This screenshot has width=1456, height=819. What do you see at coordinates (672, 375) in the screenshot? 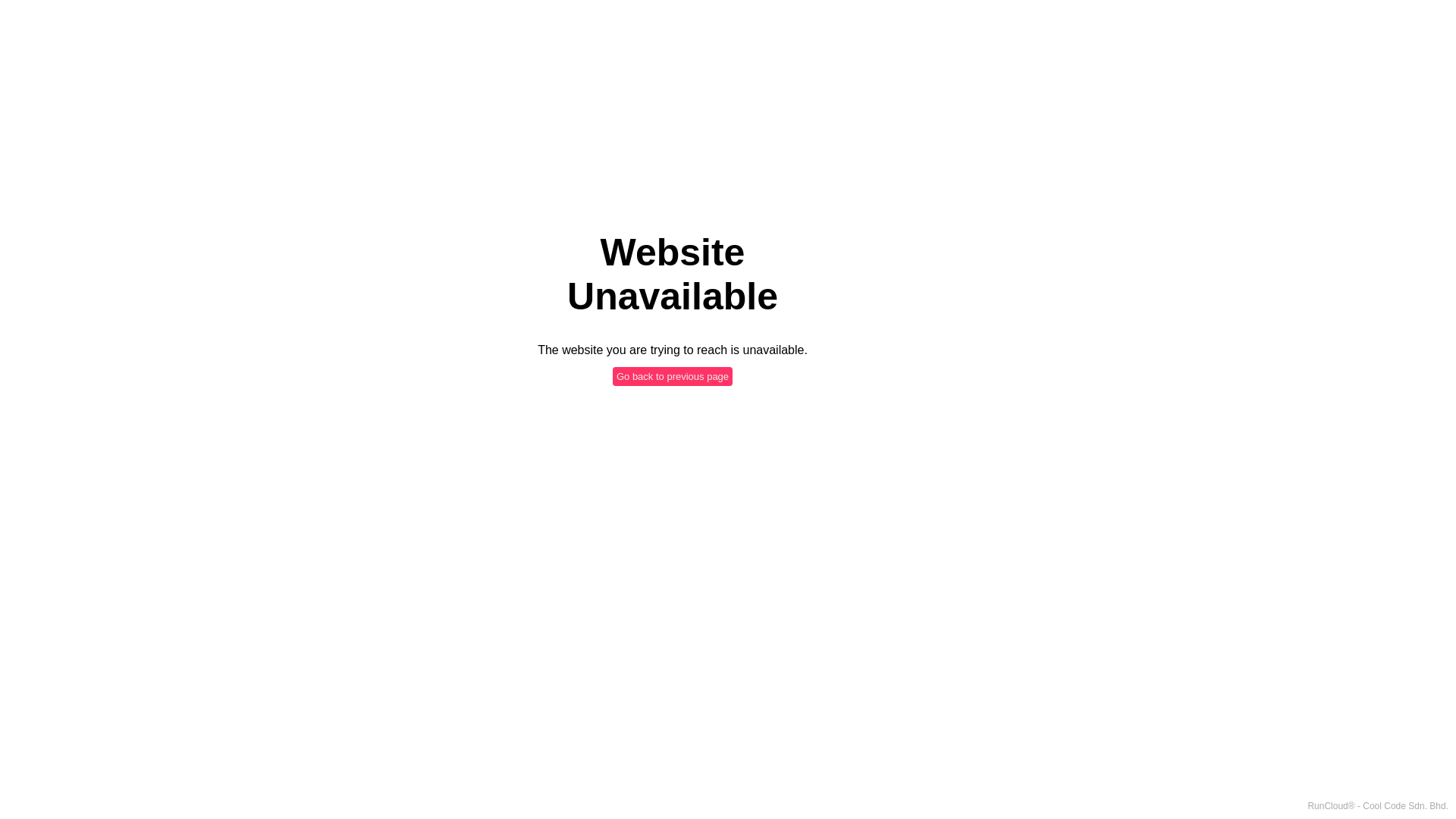
I see `'Go back to previous page'` at bounding box center [672, 375].